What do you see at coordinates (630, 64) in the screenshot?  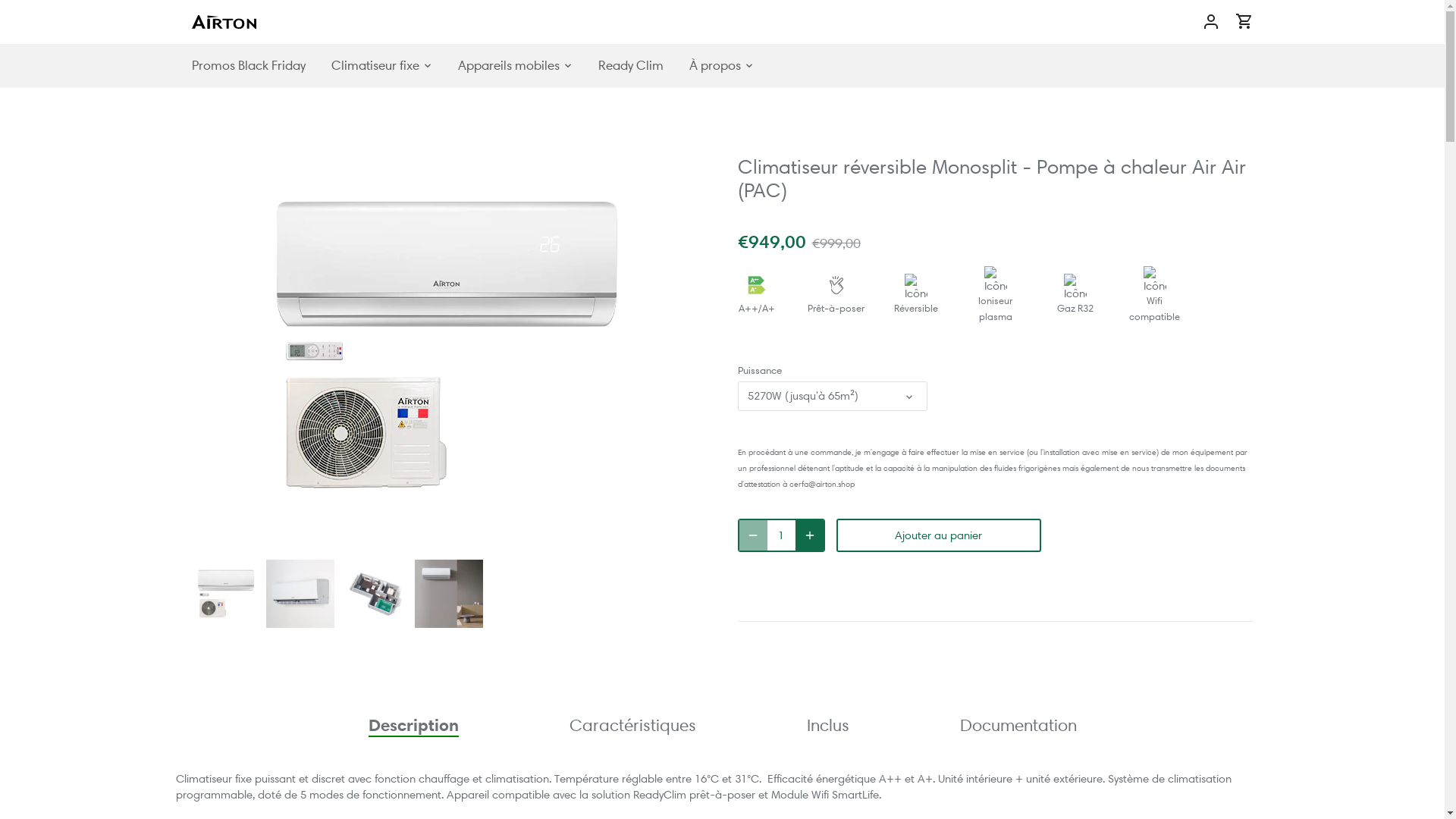 I see `'Ready Clim'` at bounding box center [630, 64].